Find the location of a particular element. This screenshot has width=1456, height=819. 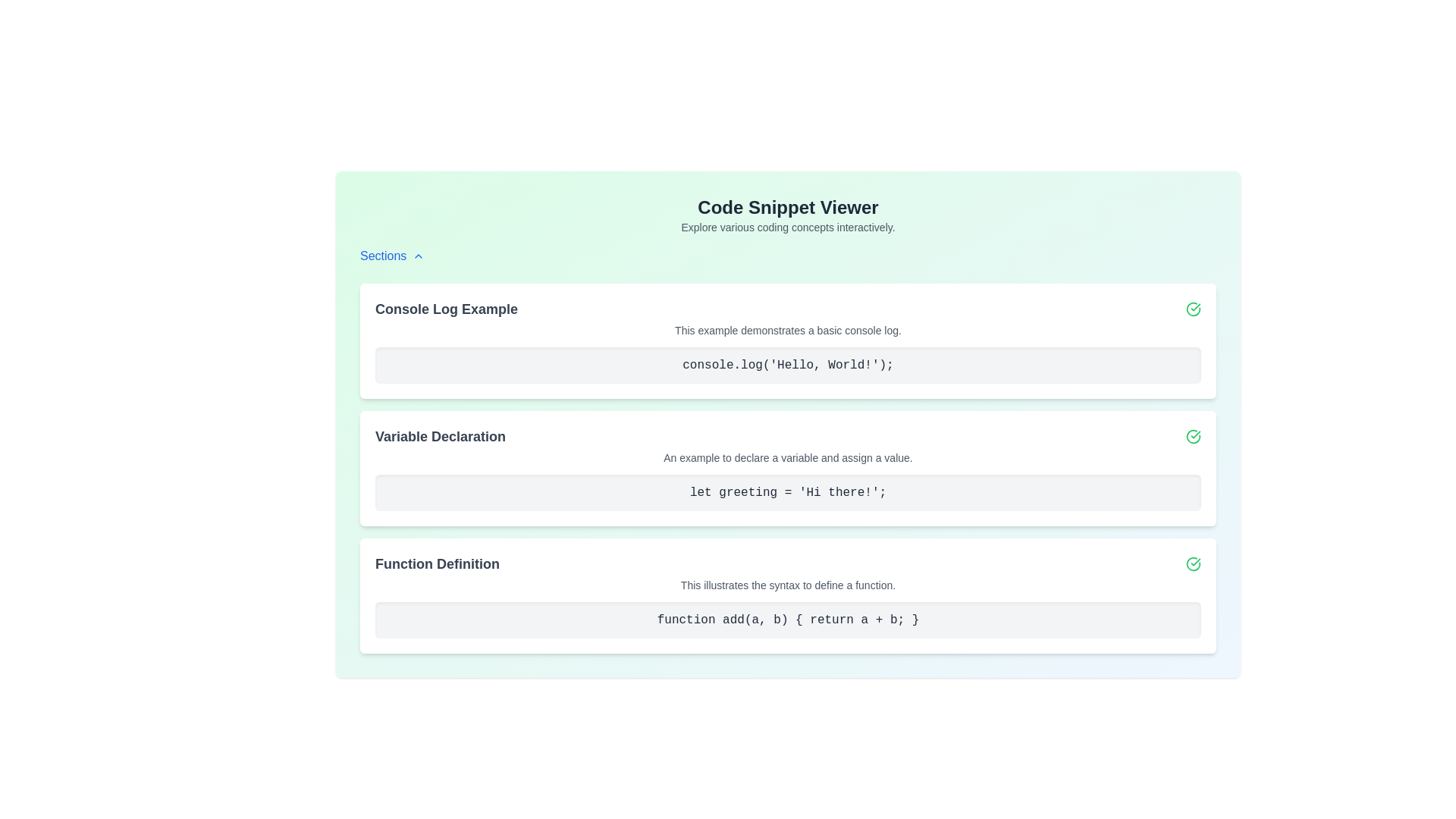

static text element displaying an example of a JavaScript function definition located in the 'Function Definition' section by clicking on its center is located at coordinates (788, 620).